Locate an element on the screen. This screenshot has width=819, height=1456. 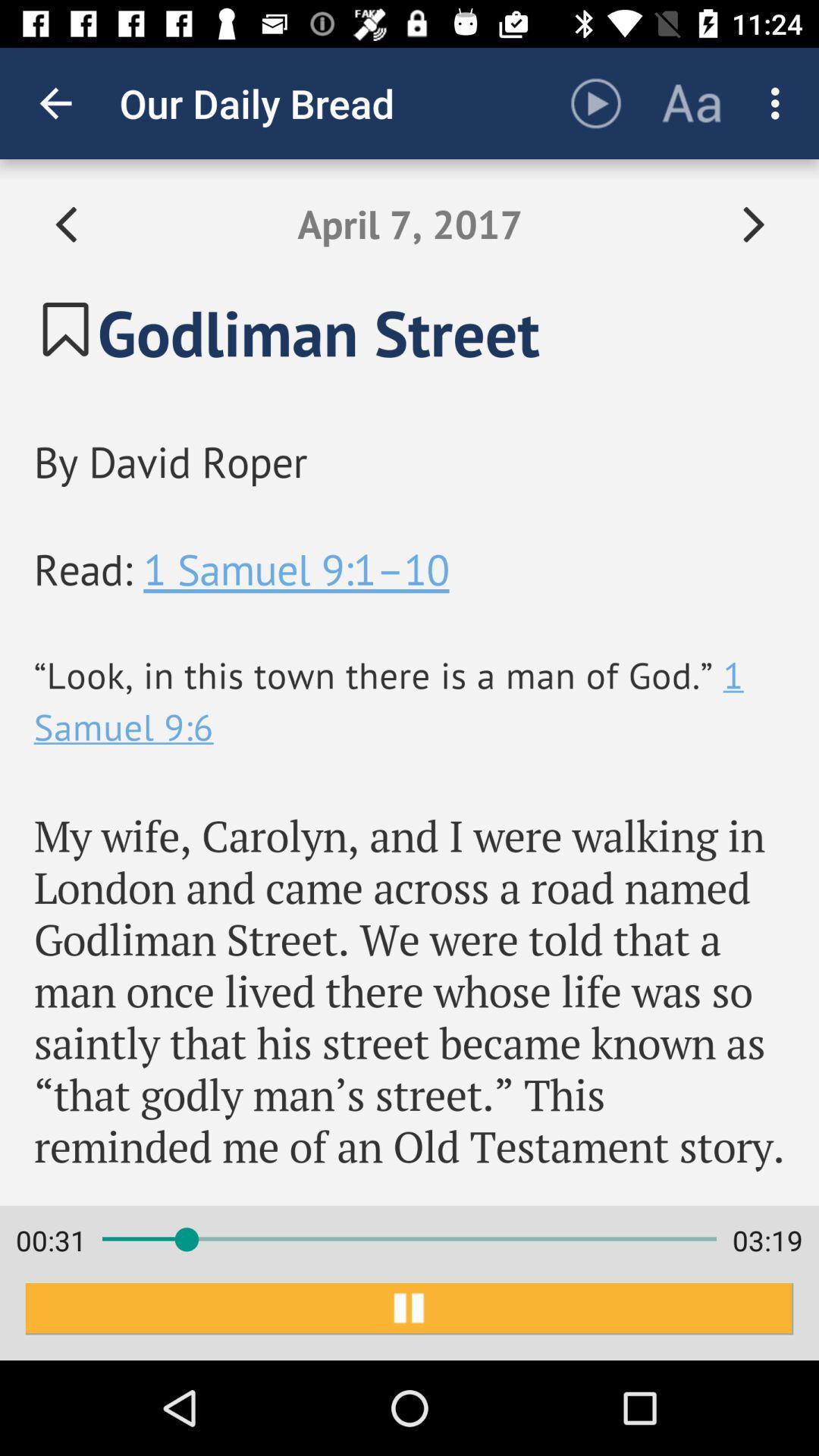
app to the right of the our daily bread icon is located at coordinates (595, 102).